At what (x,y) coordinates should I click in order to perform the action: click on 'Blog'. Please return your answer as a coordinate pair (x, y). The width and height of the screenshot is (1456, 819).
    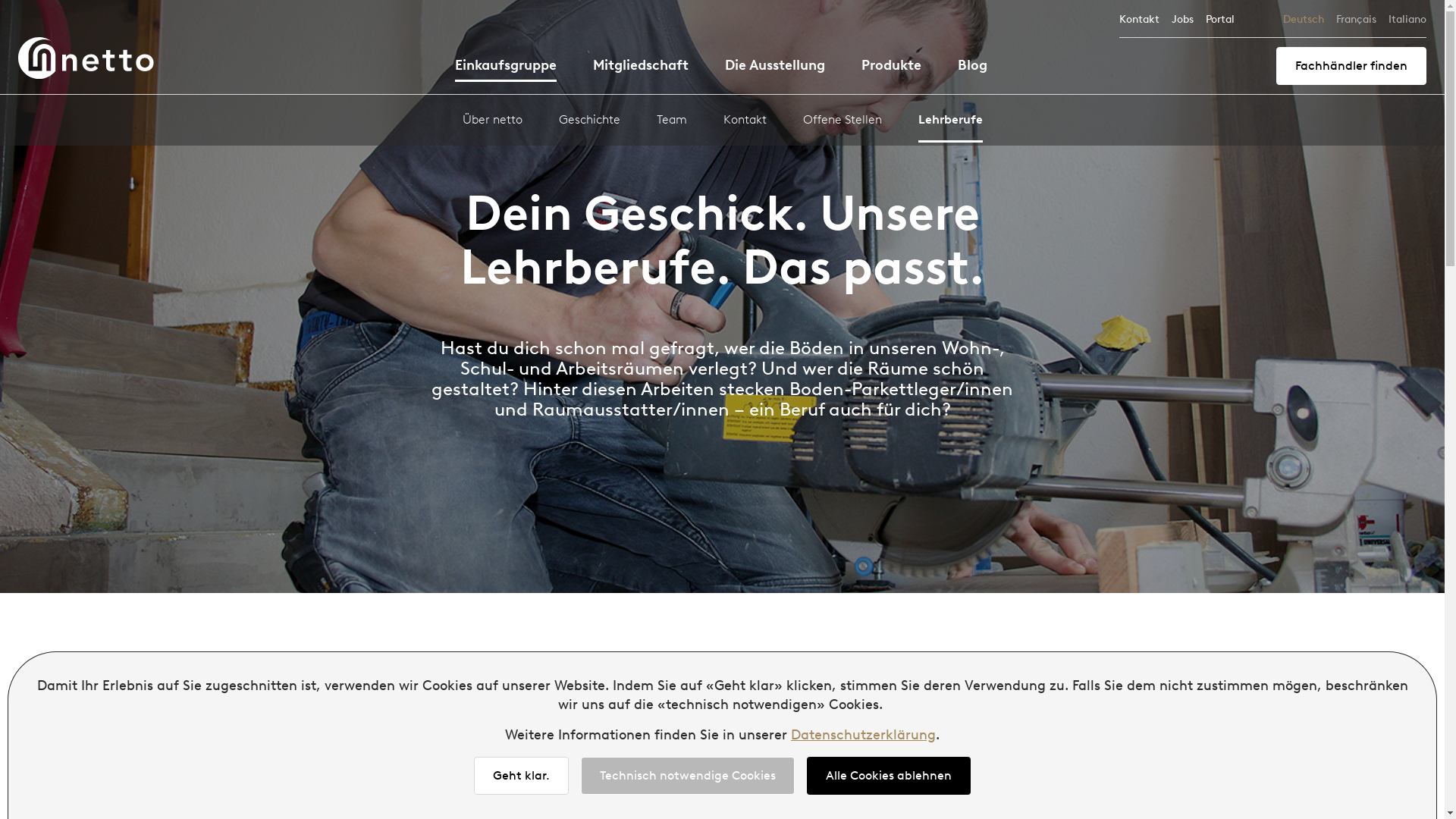
    Looking at the image, I should click on (972, 67).